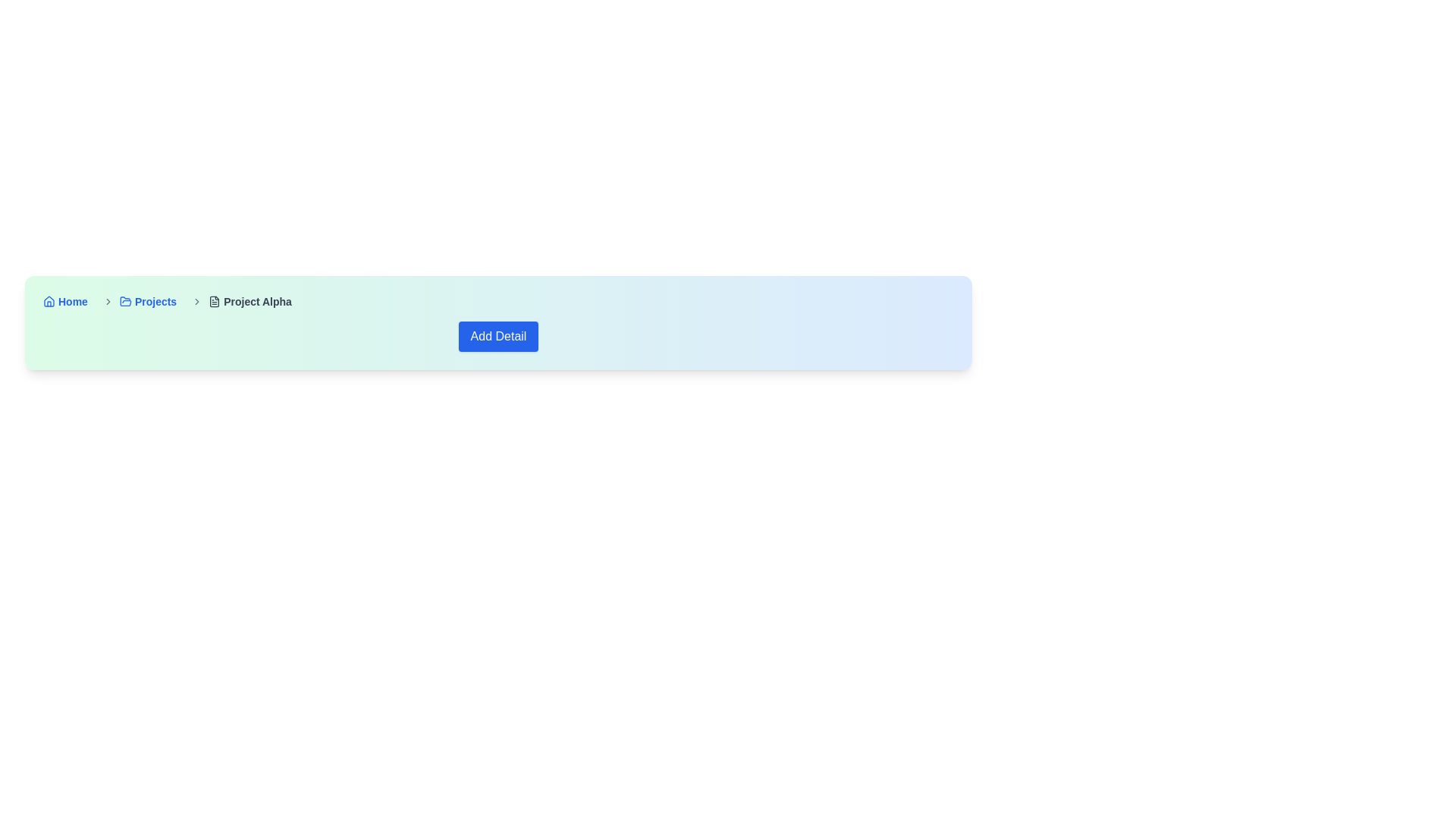 The width and height of the screenshot is (1456, 819). What do you see at coordinates (214, 301) in the screenshot?
I see `the document icon representing 'Project Alpha' located in the breadcrumb section before the text 'Project Alpha'` at bounding box center [214, 301].